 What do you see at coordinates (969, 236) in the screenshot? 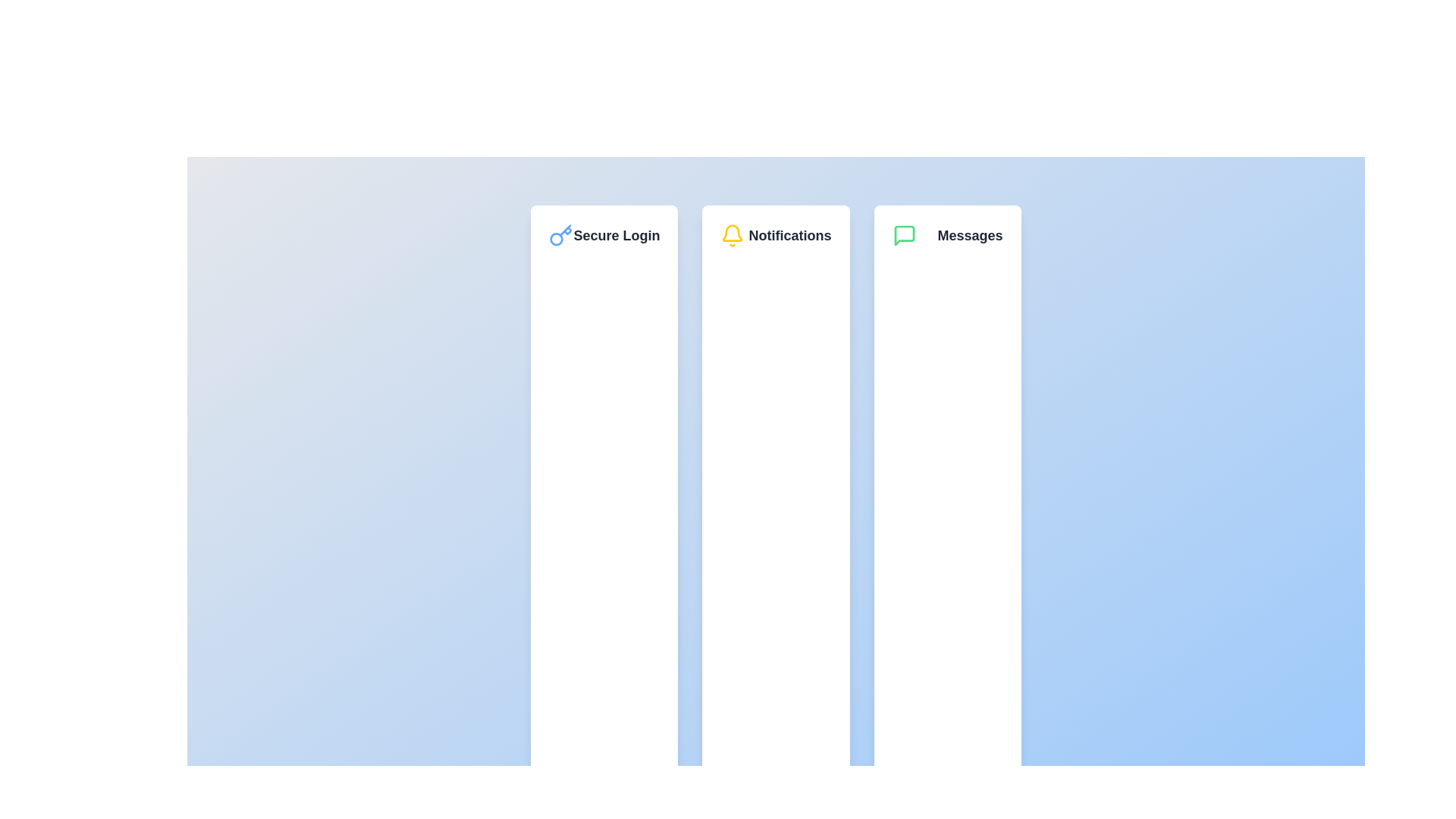
I see `the text label indicating 'Messages', which is the second element in a horizontal grouping on the right side of the interface` at bounding box center [969, 236].